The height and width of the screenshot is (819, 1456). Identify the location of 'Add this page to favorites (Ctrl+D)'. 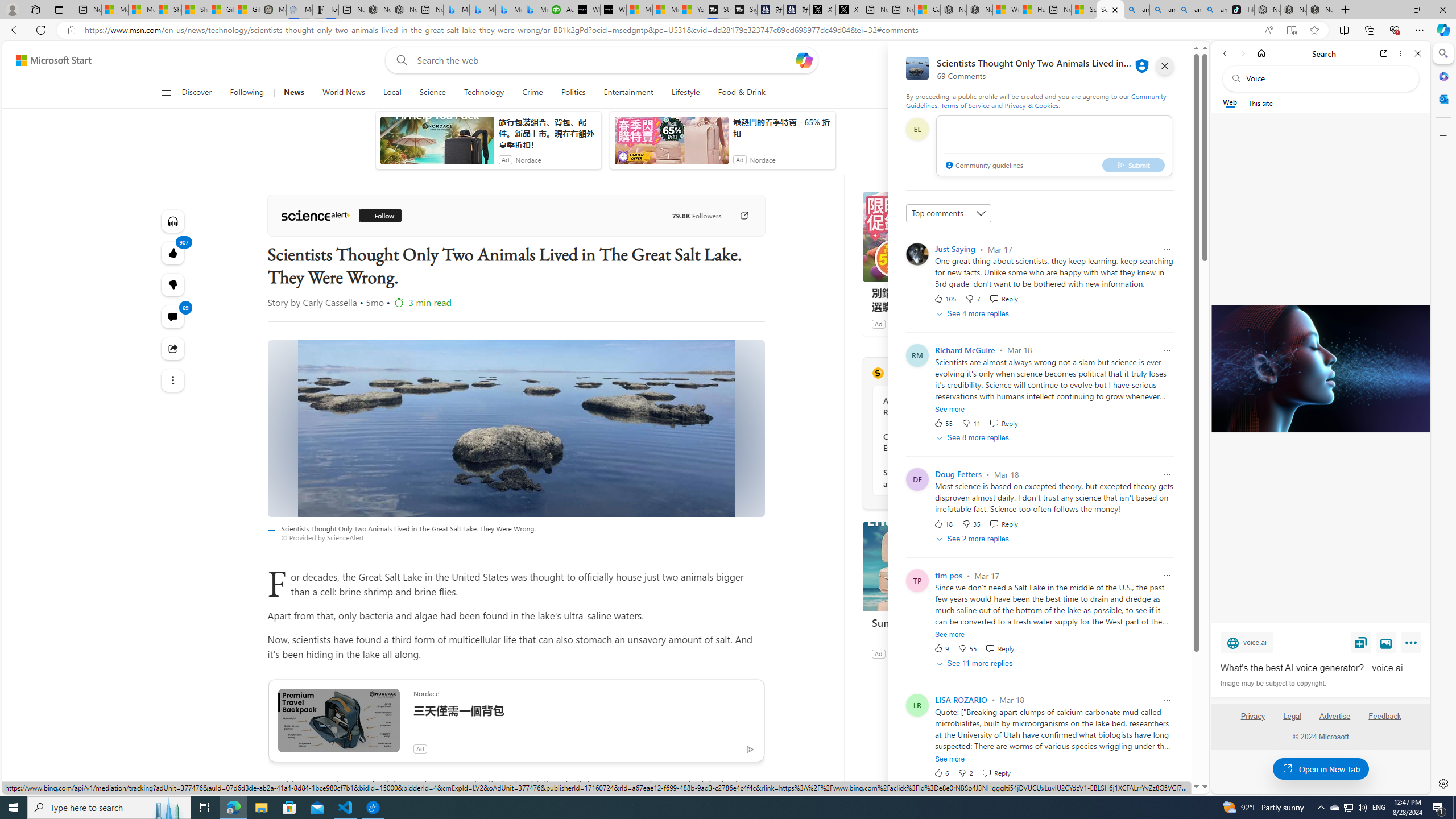
(1314, 30).